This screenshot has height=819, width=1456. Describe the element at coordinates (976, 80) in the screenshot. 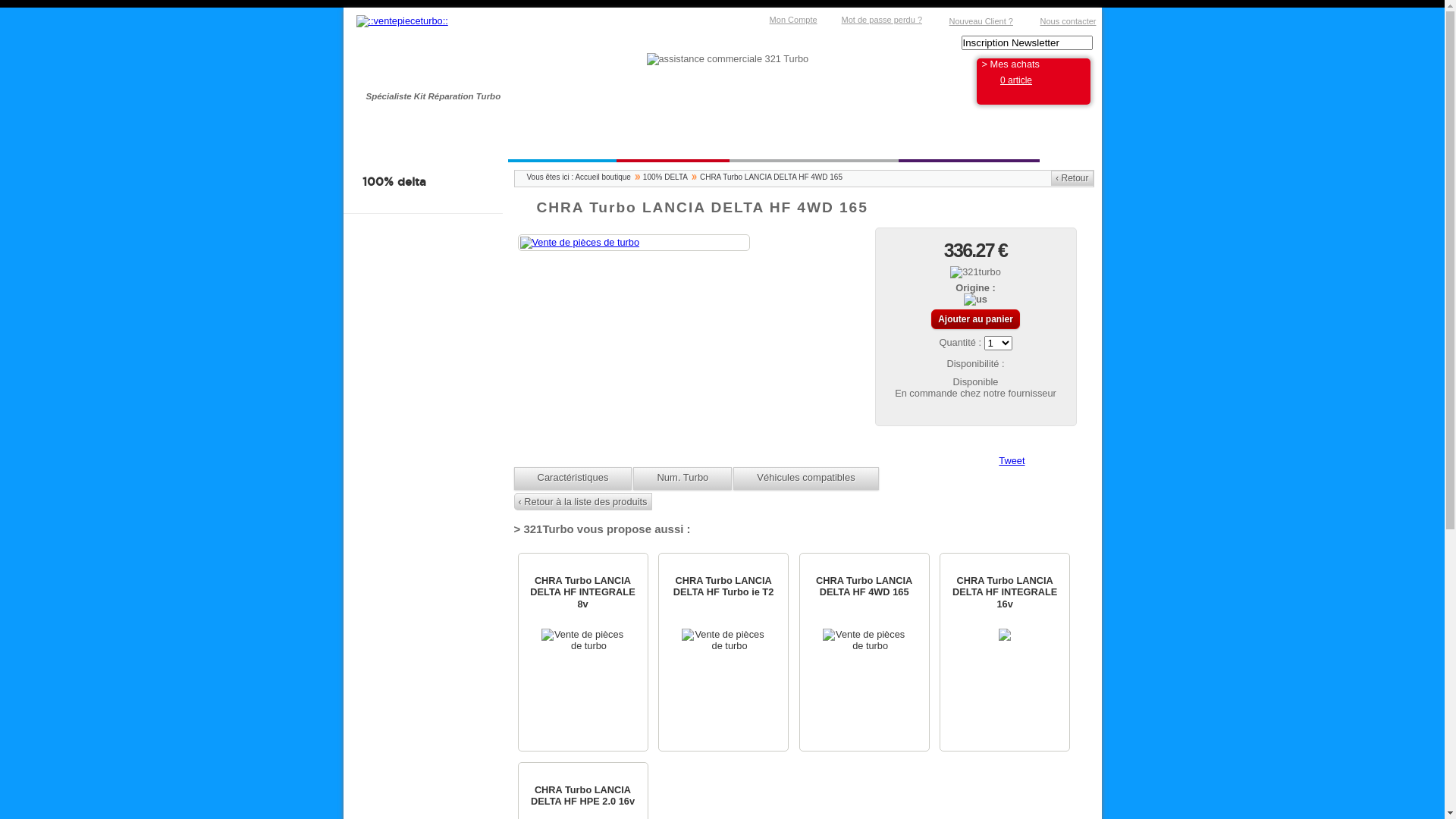

I see `'0 article'` at that location.